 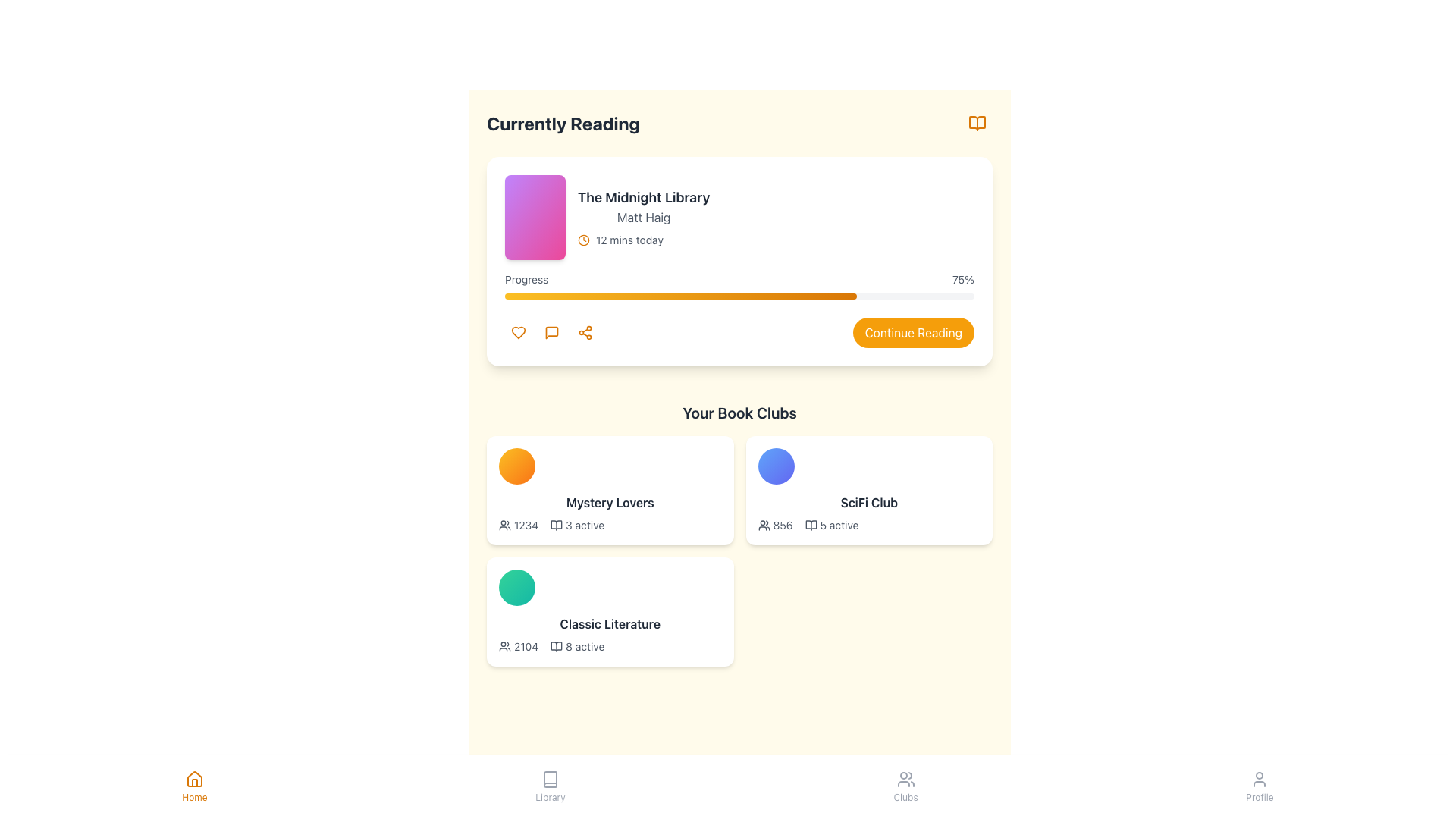 I want to click on the interactive icon located in the top left corner of the 'Mystery Lovers' book club card, next to the text '3 active', to interact with it, so click(x=556, y=525).